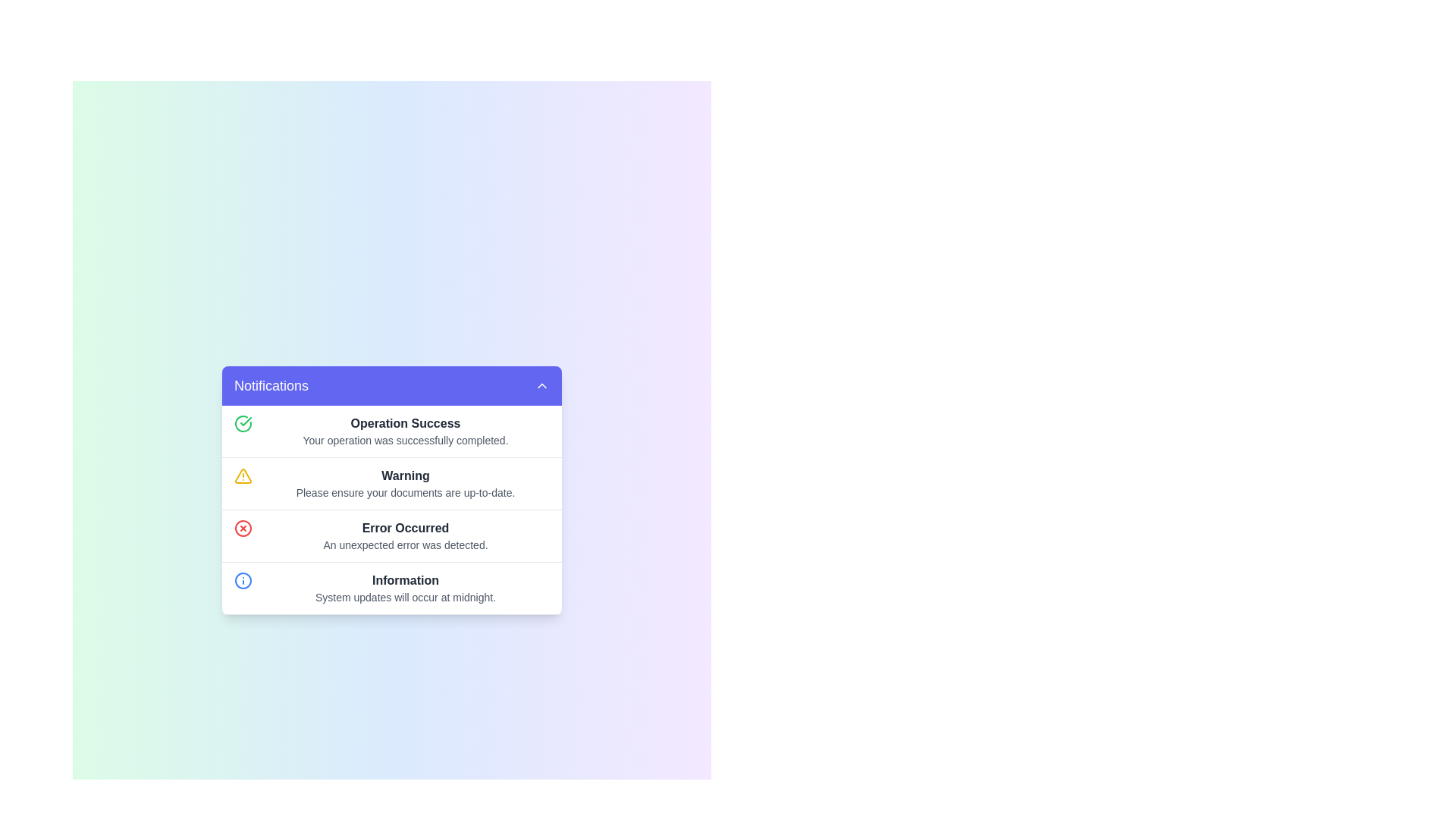 The width and height of the screenshot is (1456, 819). What do you see at coordinates (243, 475) in the screenshot?
I see `the visual warning indicator located in the second position of the notification list under 'Operation Success' and above 'Error Occurred'` at bounding box center [243, 475].